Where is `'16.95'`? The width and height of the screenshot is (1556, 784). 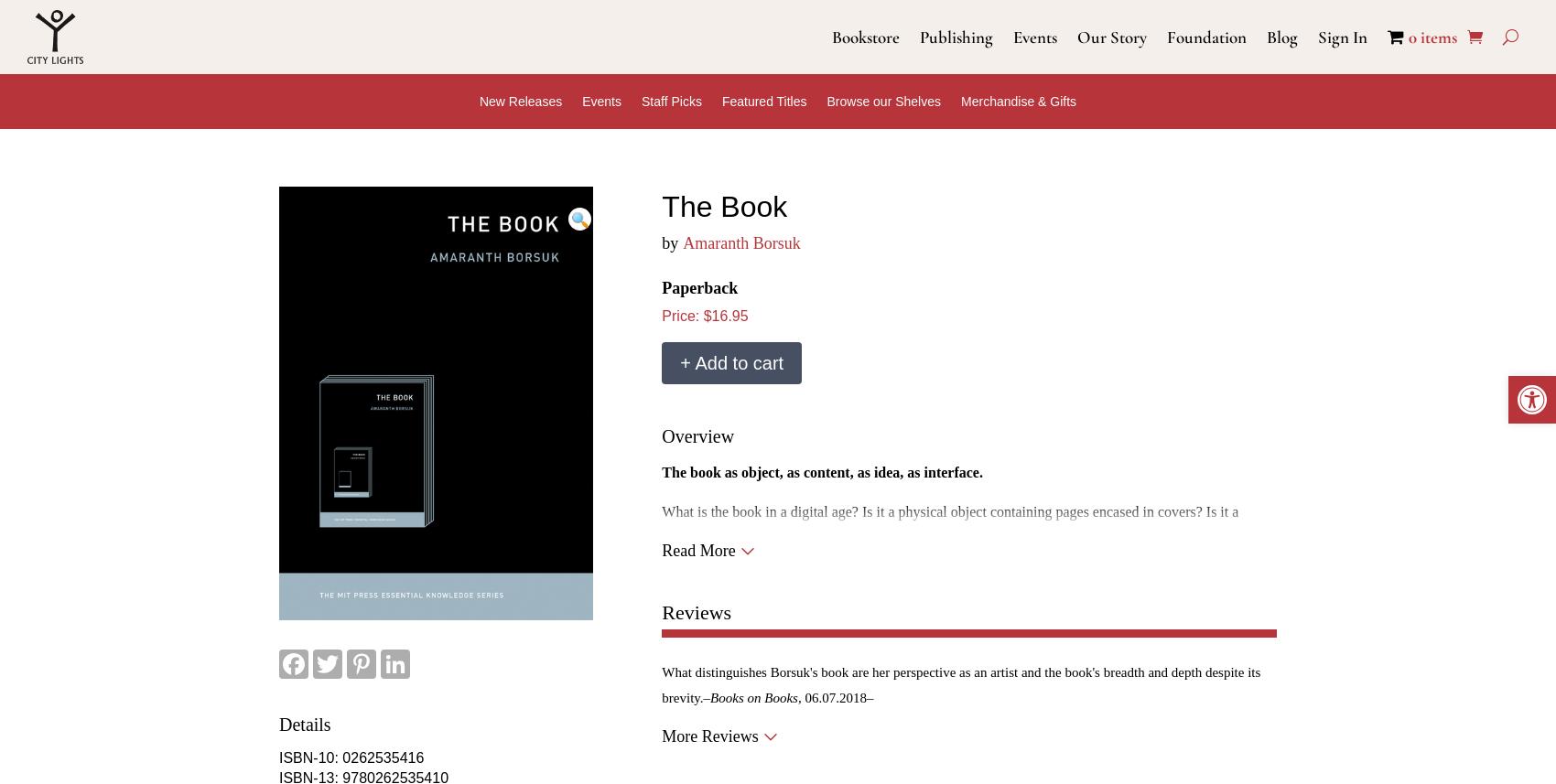 '16.95' is located at coordinates (710, 315).